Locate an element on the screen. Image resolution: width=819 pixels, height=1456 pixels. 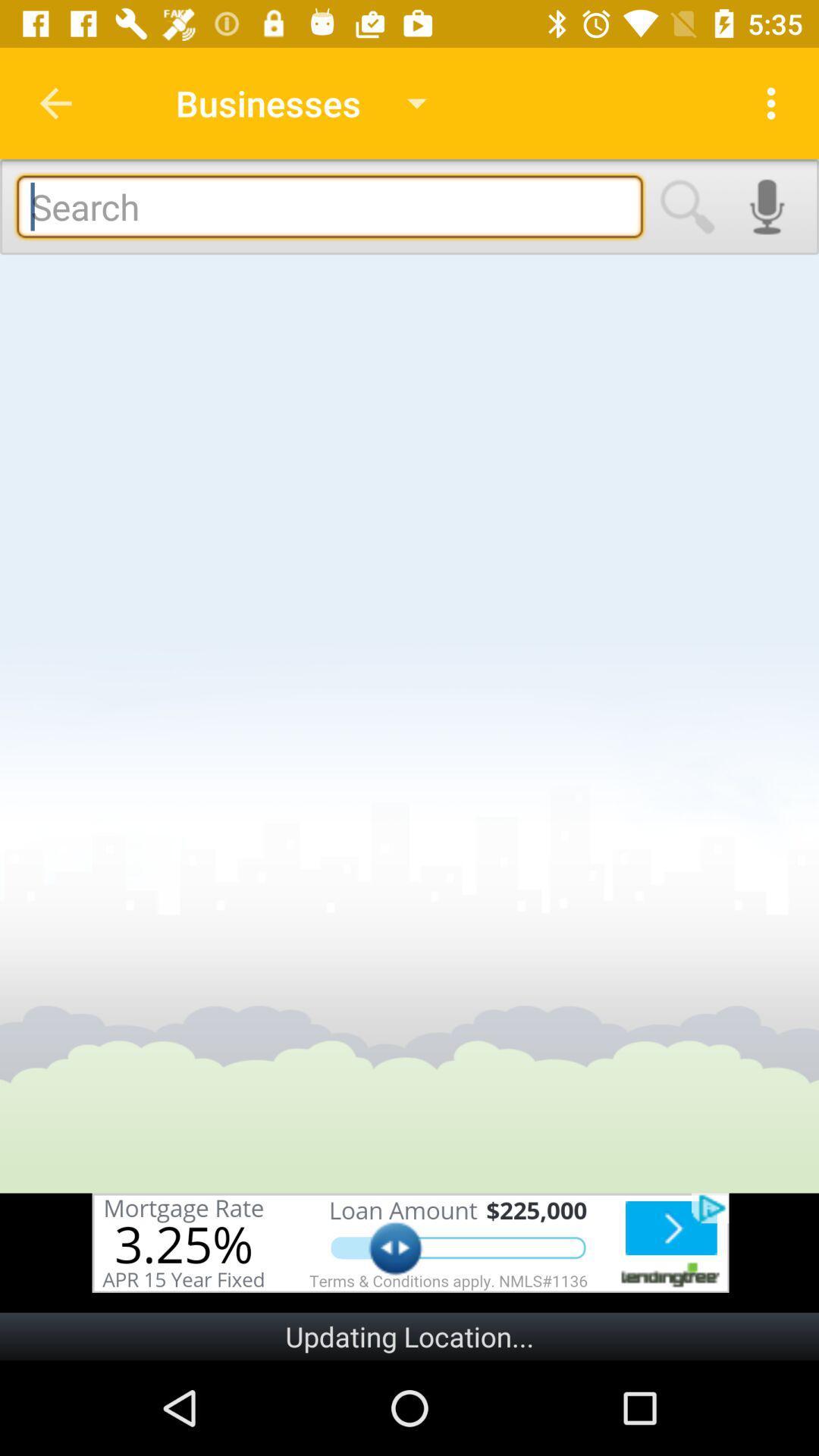
record voice is located at coordinates (767, 206).